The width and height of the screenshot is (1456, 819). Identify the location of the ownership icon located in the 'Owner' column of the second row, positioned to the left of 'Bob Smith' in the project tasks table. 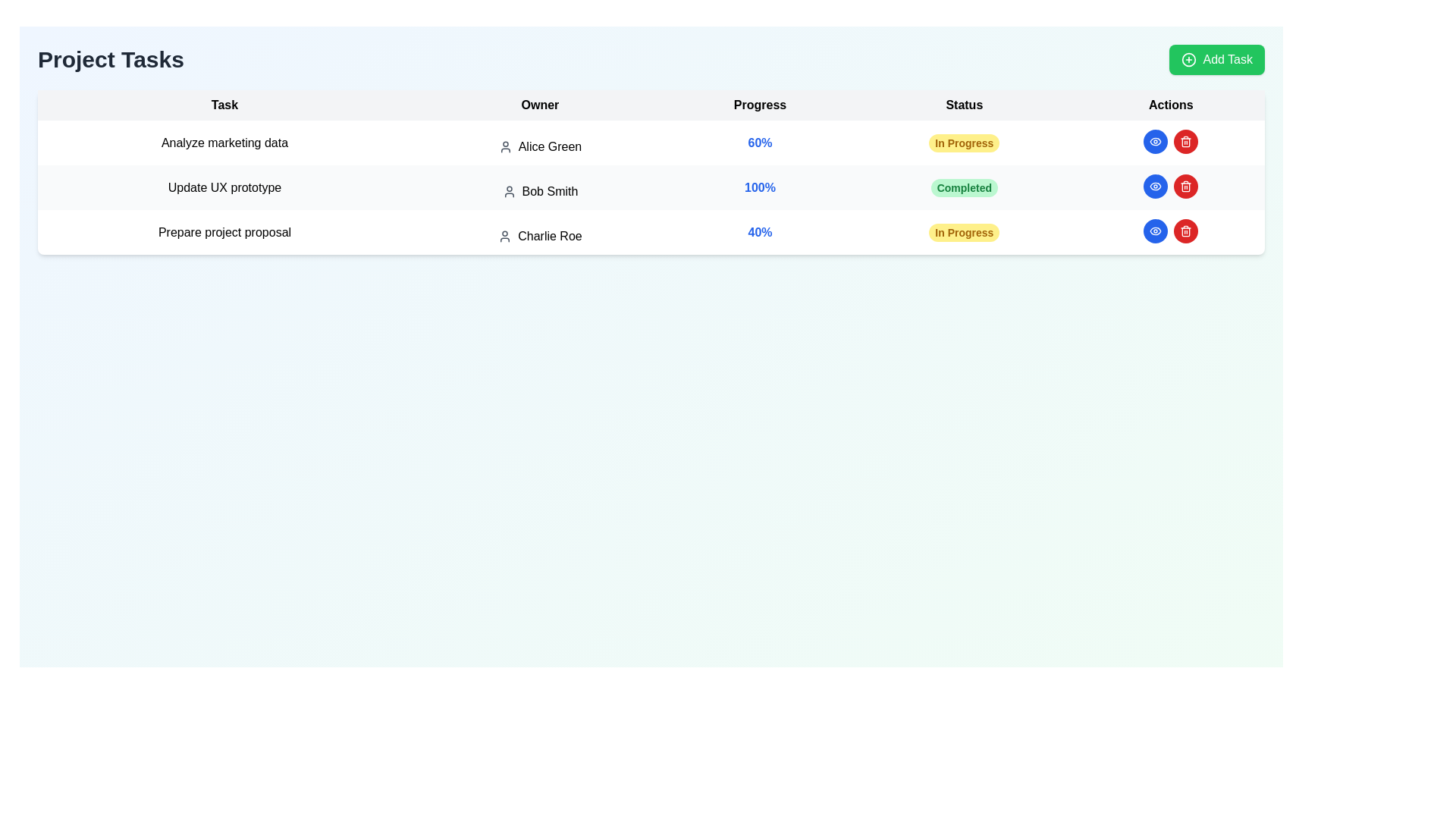
(509, 191).